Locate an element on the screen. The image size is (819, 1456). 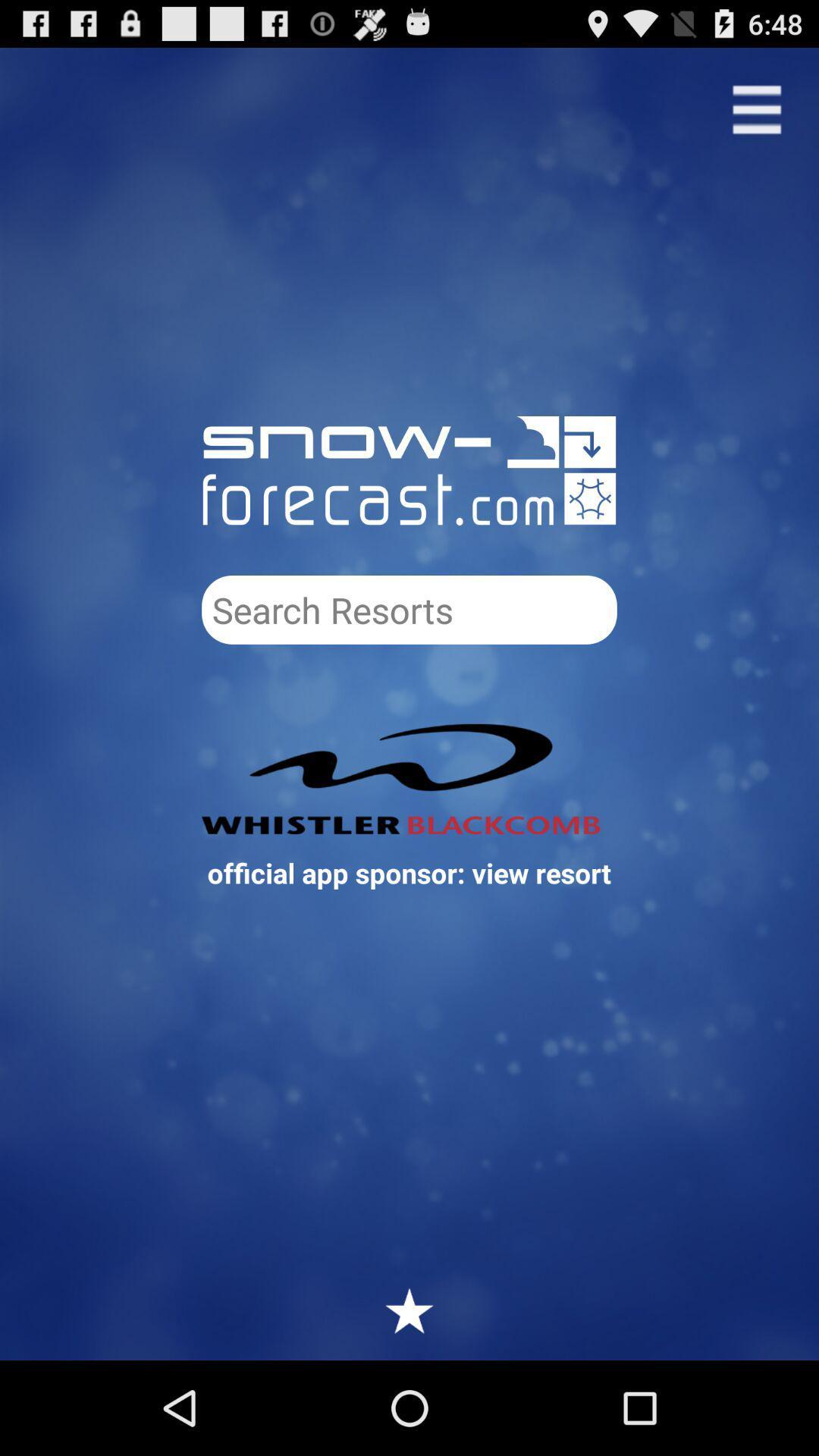
write a review is located at coordinates (409, 1310).